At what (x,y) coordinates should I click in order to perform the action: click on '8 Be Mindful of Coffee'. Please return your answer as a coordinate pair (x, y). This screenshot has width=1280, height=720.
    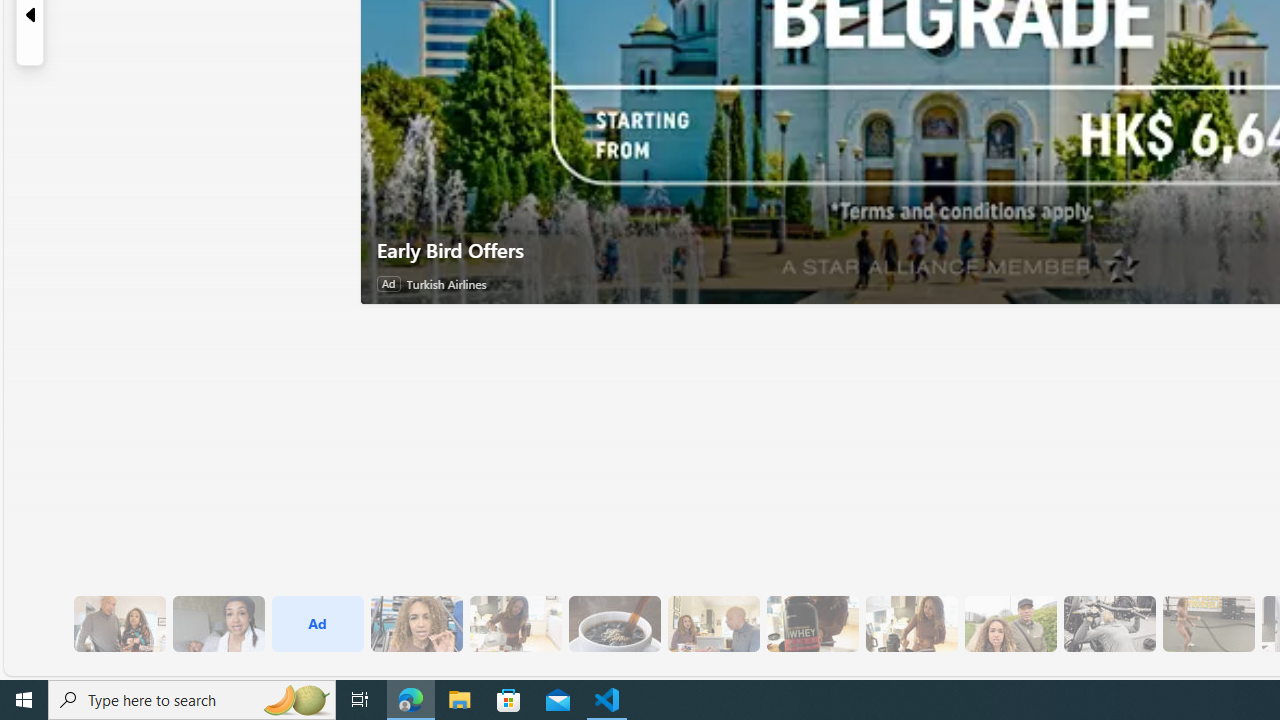
    Looking at the image, I should click on (613, 623).